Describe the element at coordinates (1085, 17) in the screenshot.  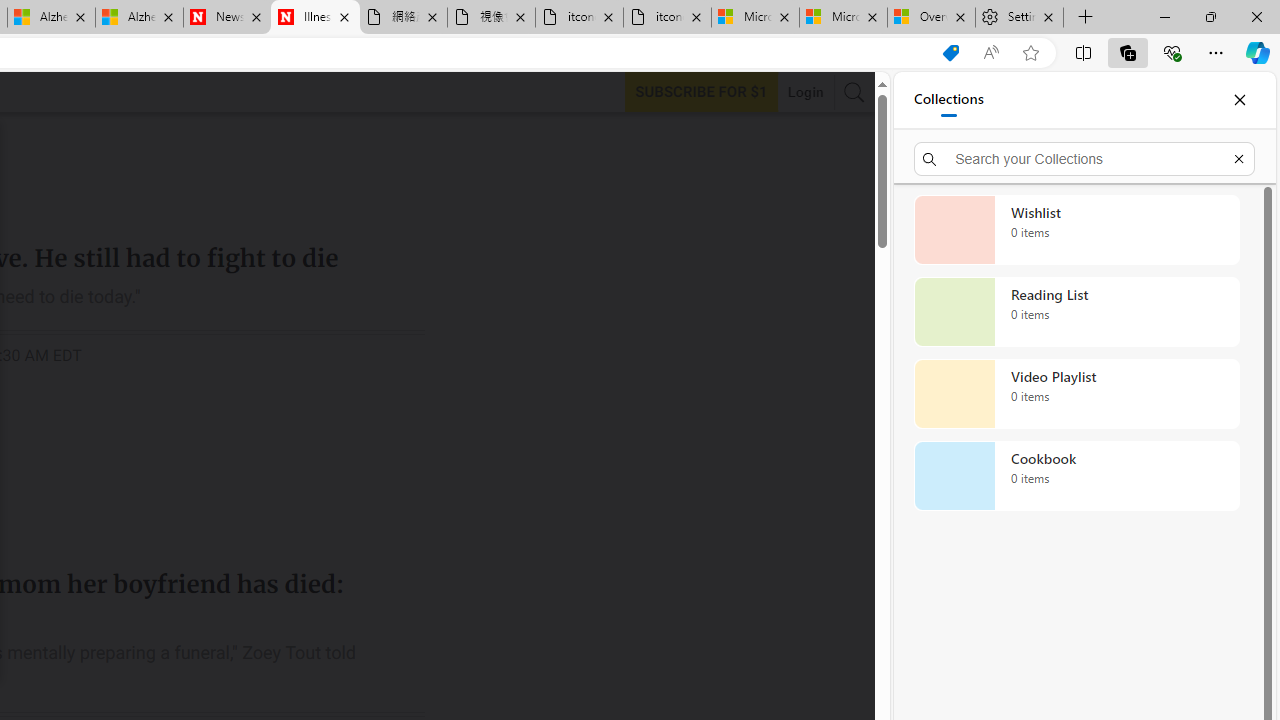
I see `'New Tab'` at that location.